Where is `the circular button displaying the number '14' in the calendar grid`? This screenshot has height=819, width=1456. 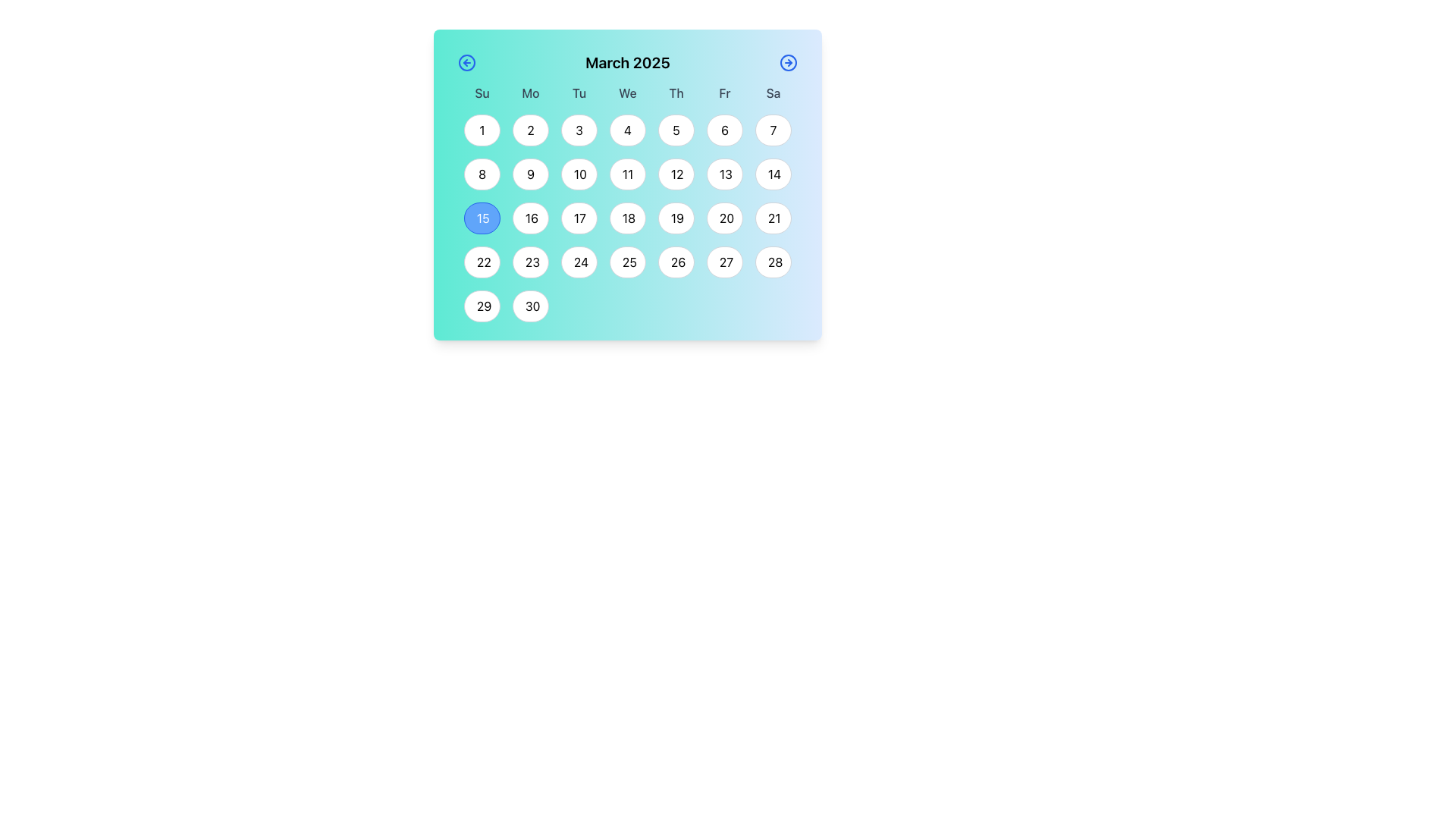
the circular button displaying the number '14' in the calendar grid is located at coordinates (773, 174).